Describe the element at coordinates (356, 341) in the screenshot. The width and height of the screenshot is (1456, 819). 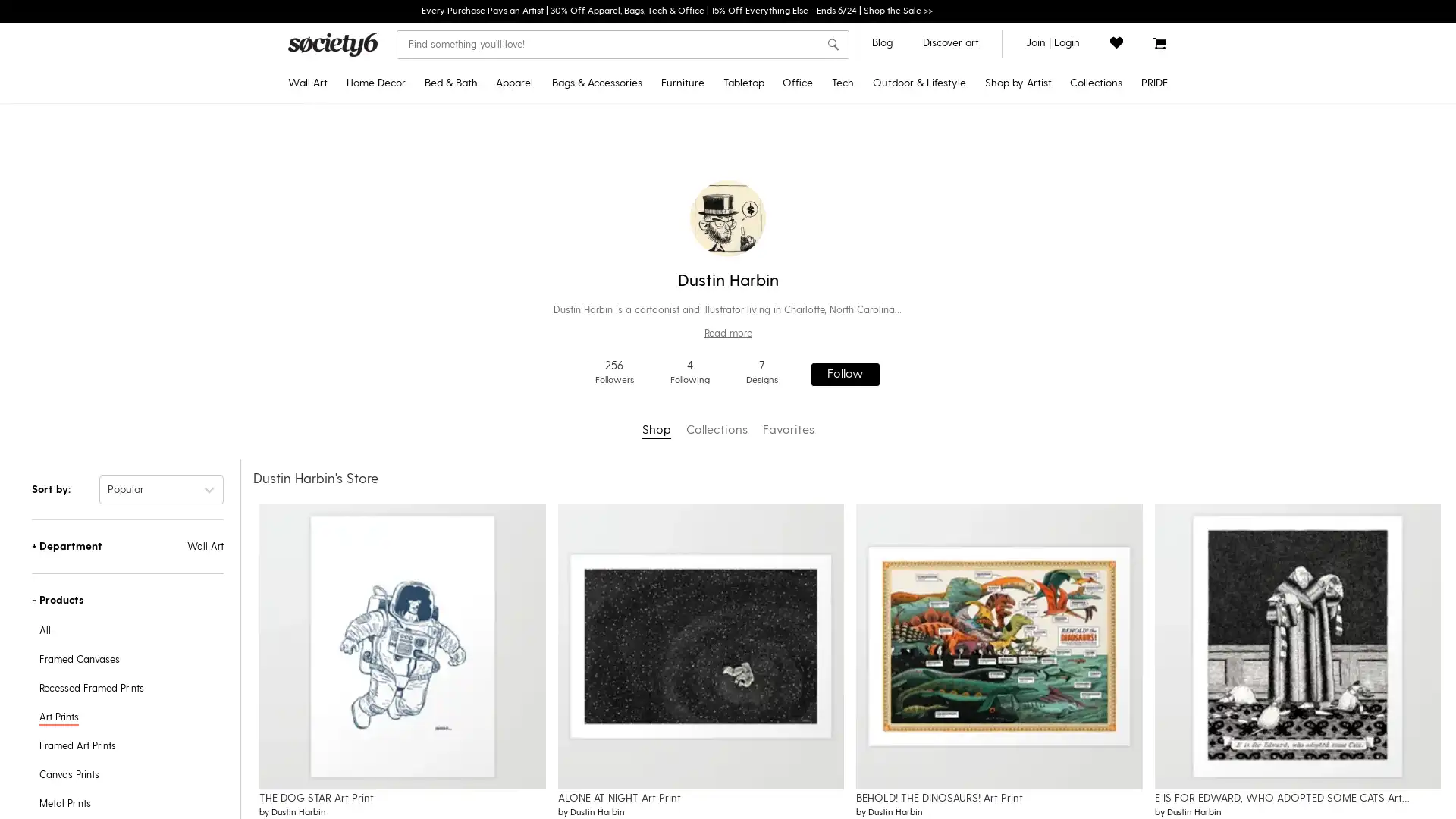
I see `Wall Hangings` at that location.